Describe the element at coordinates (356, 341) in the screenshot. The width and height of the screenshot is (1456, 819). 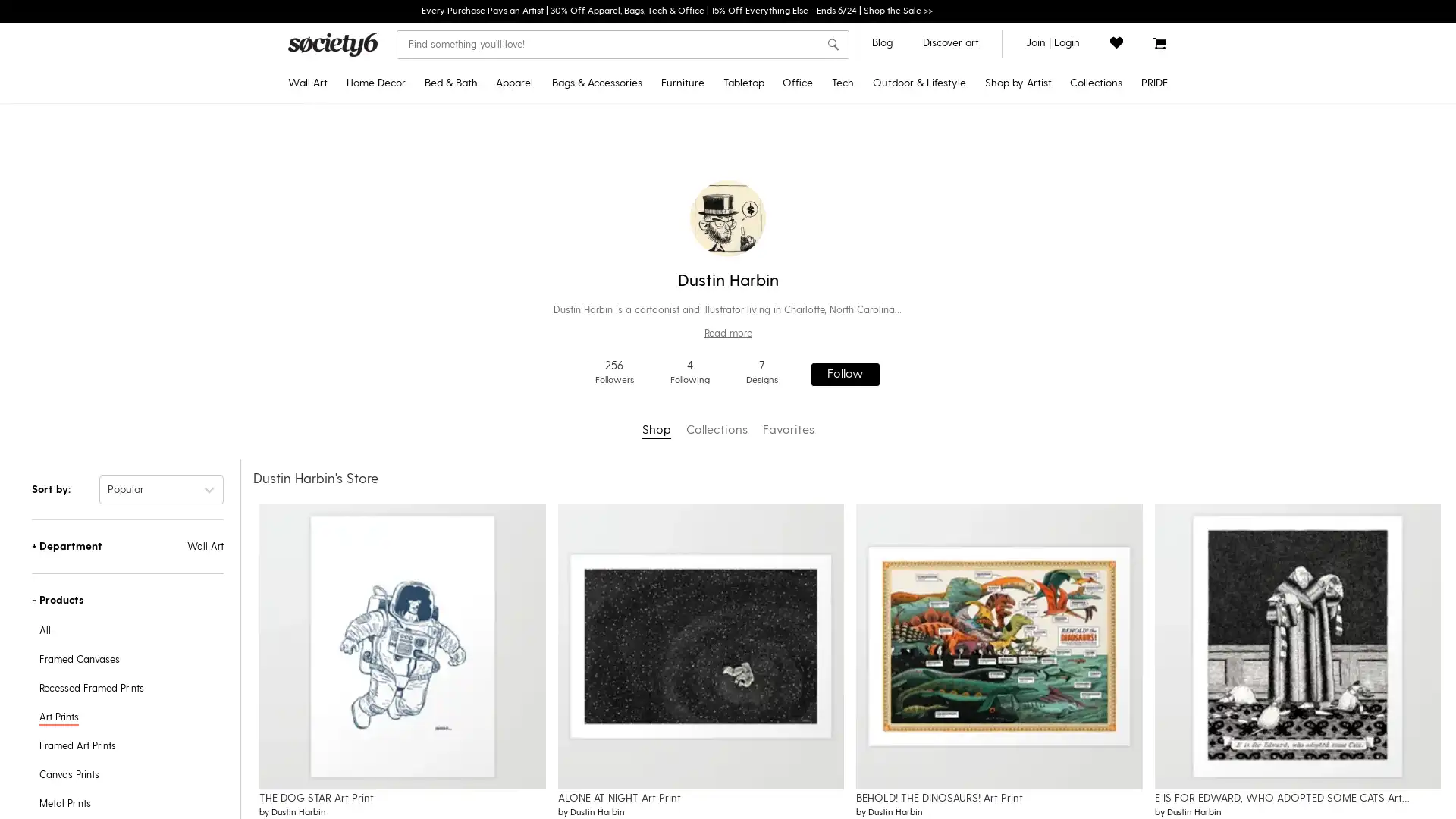
I see `Wall Hangings` at that location.